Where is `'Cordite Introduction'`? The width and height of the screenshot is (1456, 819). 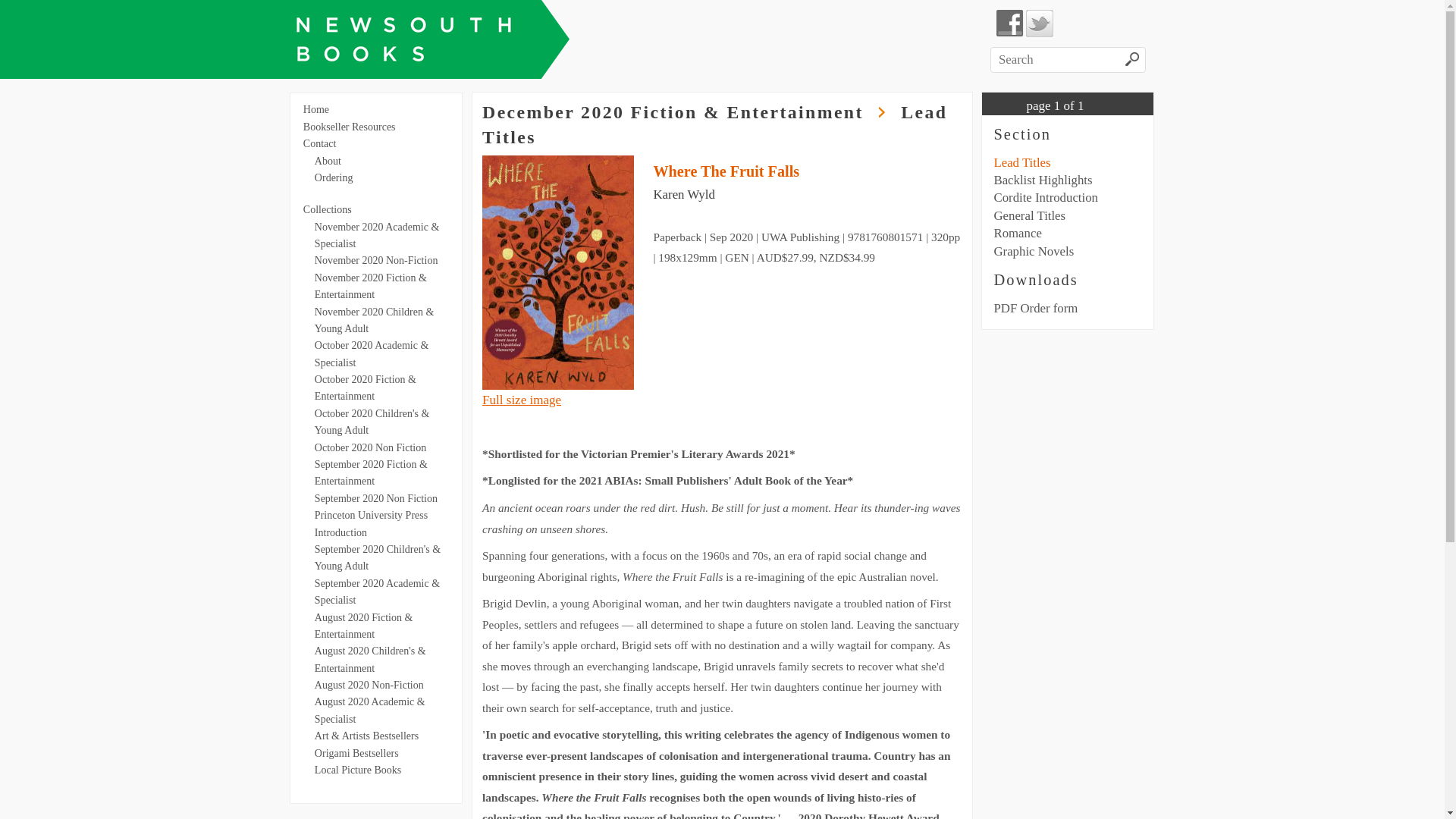
'Cordite Introduction' is located at coordinates (1044, 196).